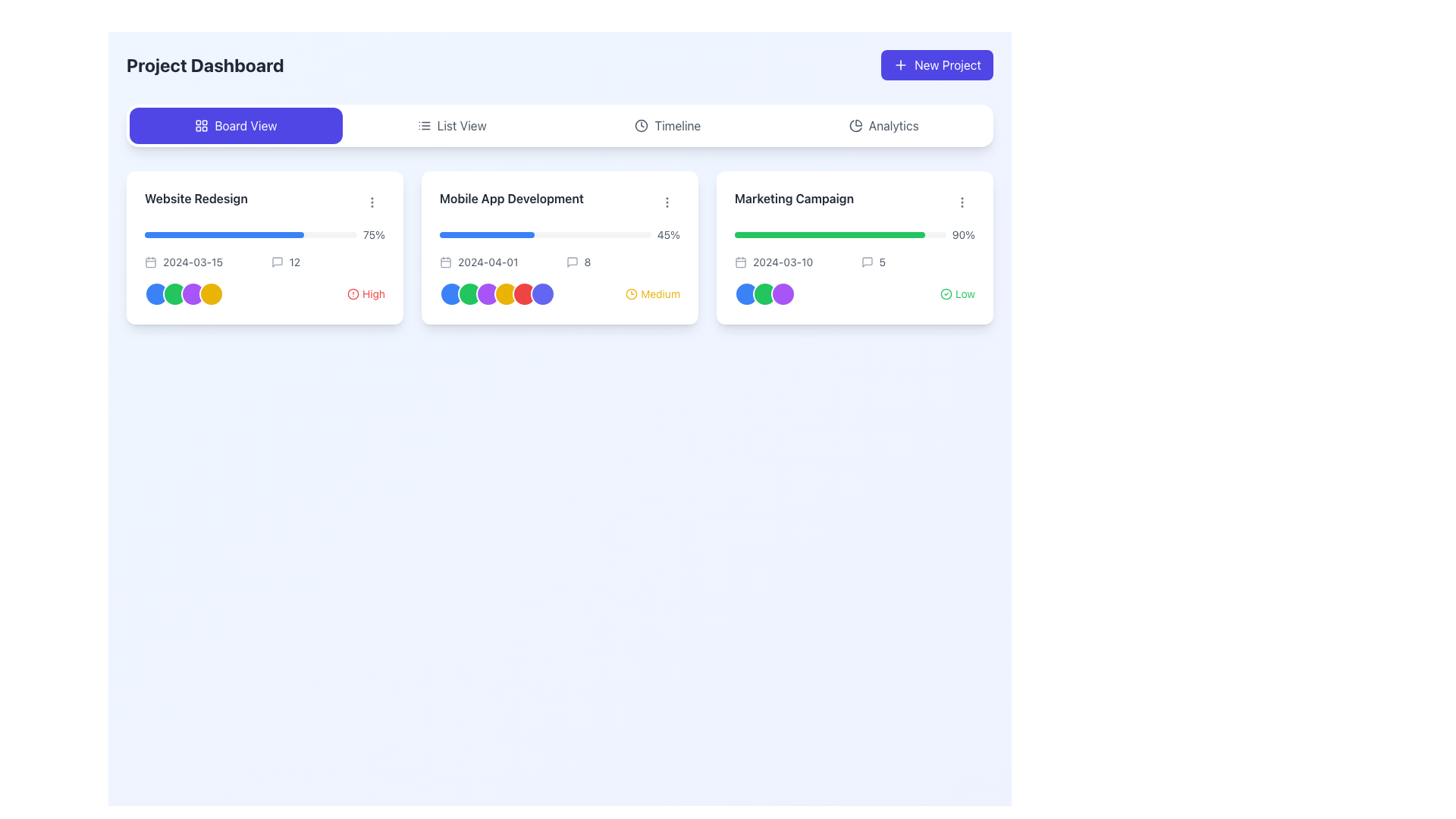 The image size is (1456, 819). What do you see at coordinates (586, 262) in the screenshot?
I see `the text label that displays the numerical count of comments or interactions, located to the right of a speech bubble icon in the second card of the horizontal group` at bounding box center [586, 262].